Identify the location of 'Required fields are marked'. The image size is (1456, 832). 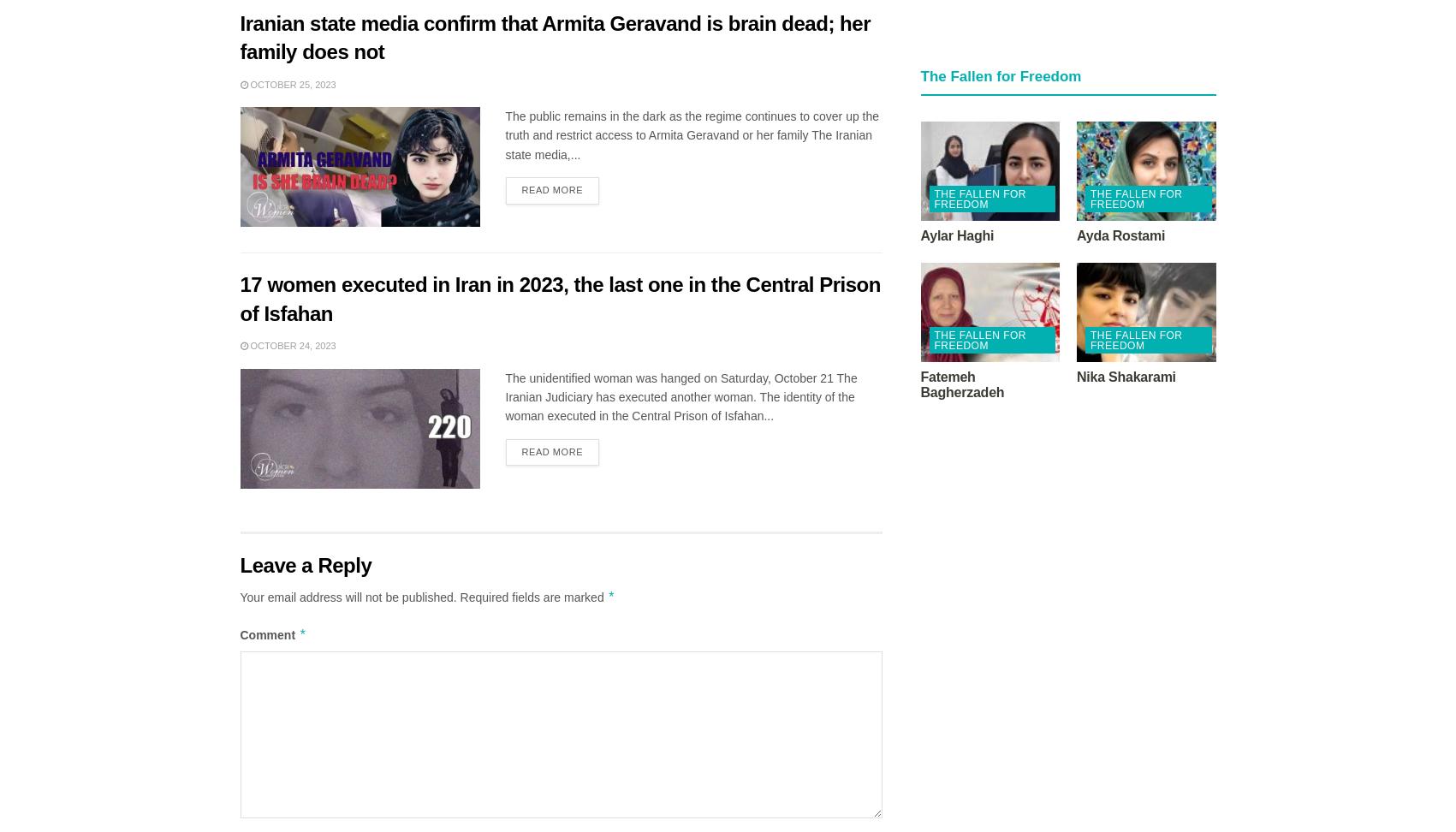
(532, 596).